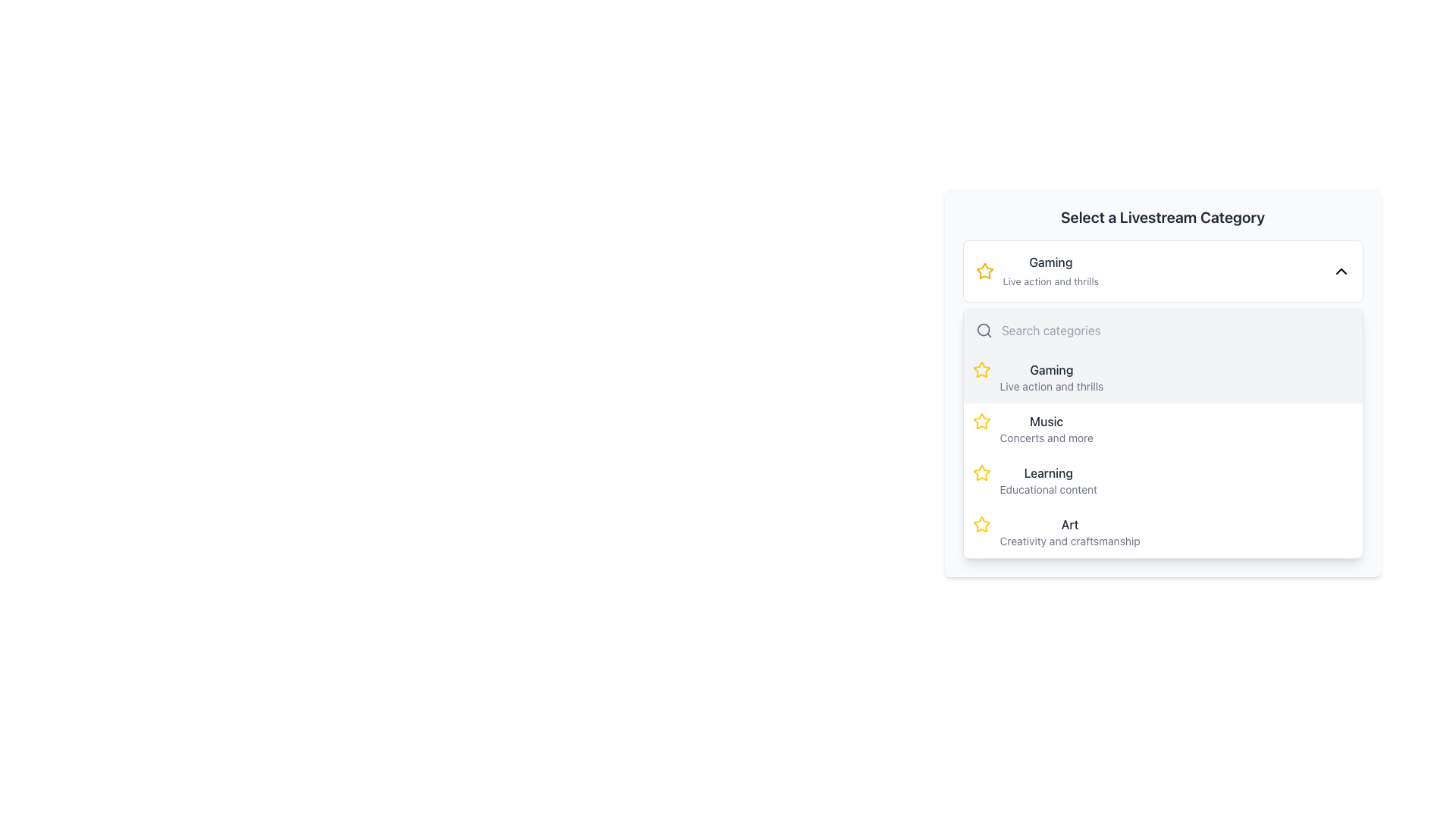  What do you see at coordinates (1050, 376) in the screenshot?
I see `the 'Gaming' category label with the description 'Live action and thrills'` at bounding box center [1050, 376].